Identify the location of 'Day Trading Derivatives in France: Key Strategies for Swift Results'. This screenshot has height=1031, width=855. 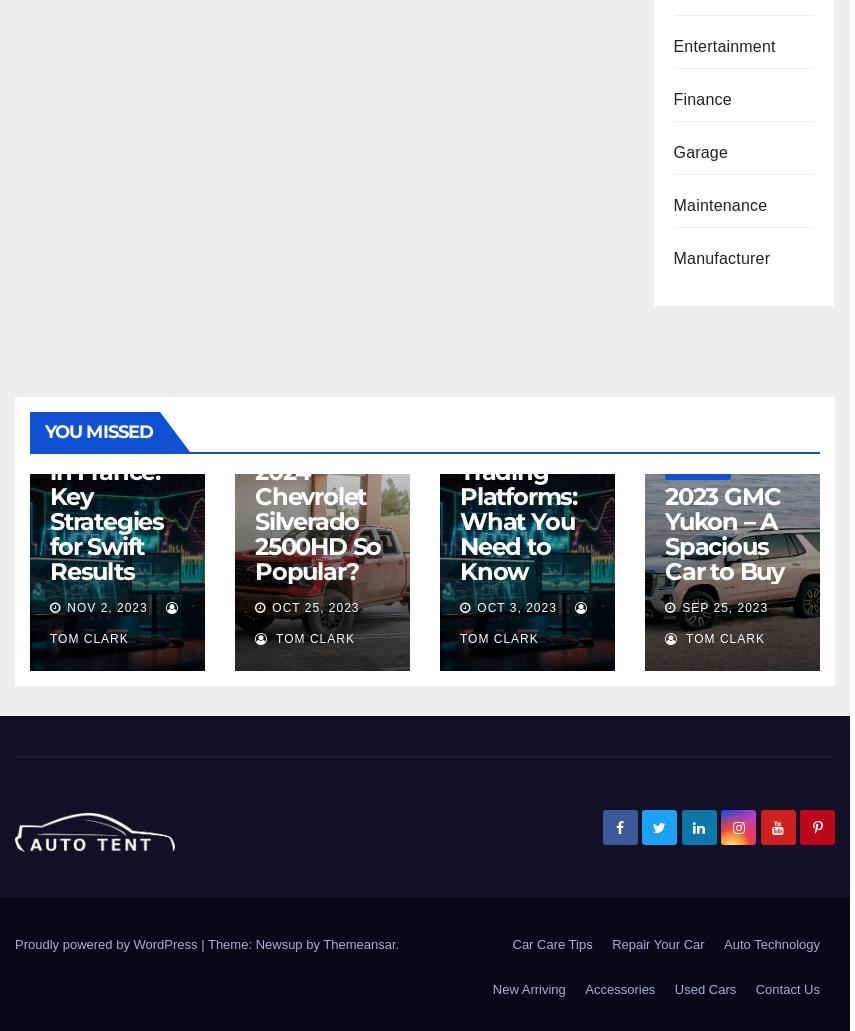
(112, 483).